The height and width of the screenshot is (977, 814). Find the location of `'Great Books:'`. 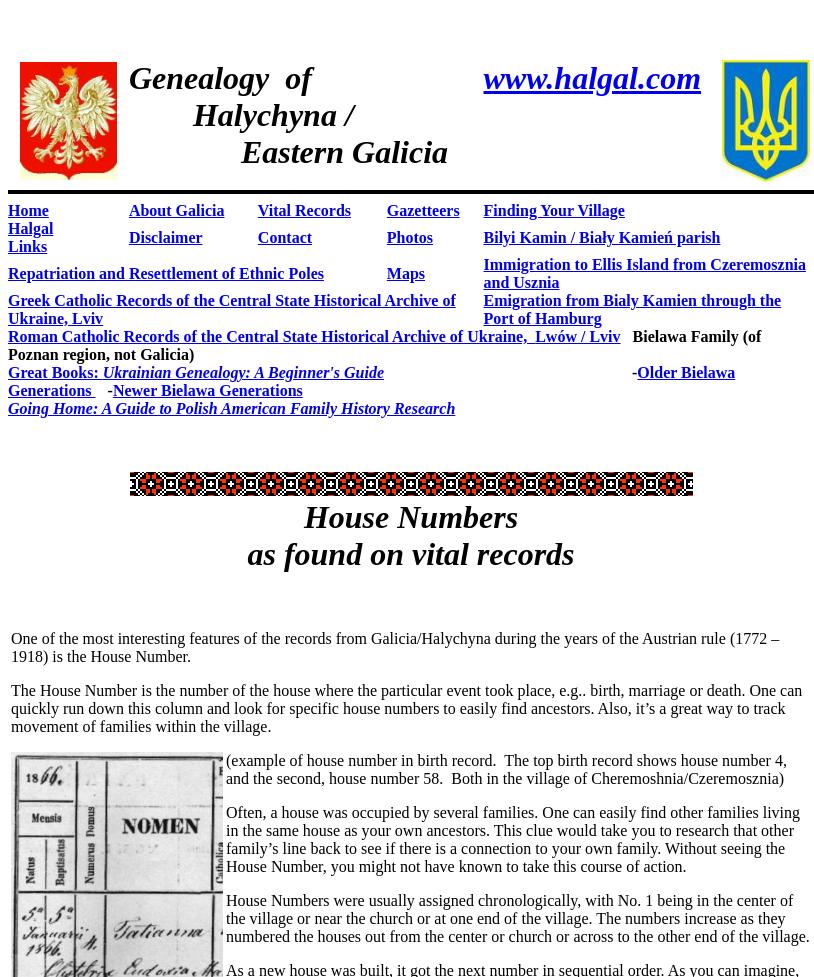

'Great Books:' is located at coordinates (54, 372).